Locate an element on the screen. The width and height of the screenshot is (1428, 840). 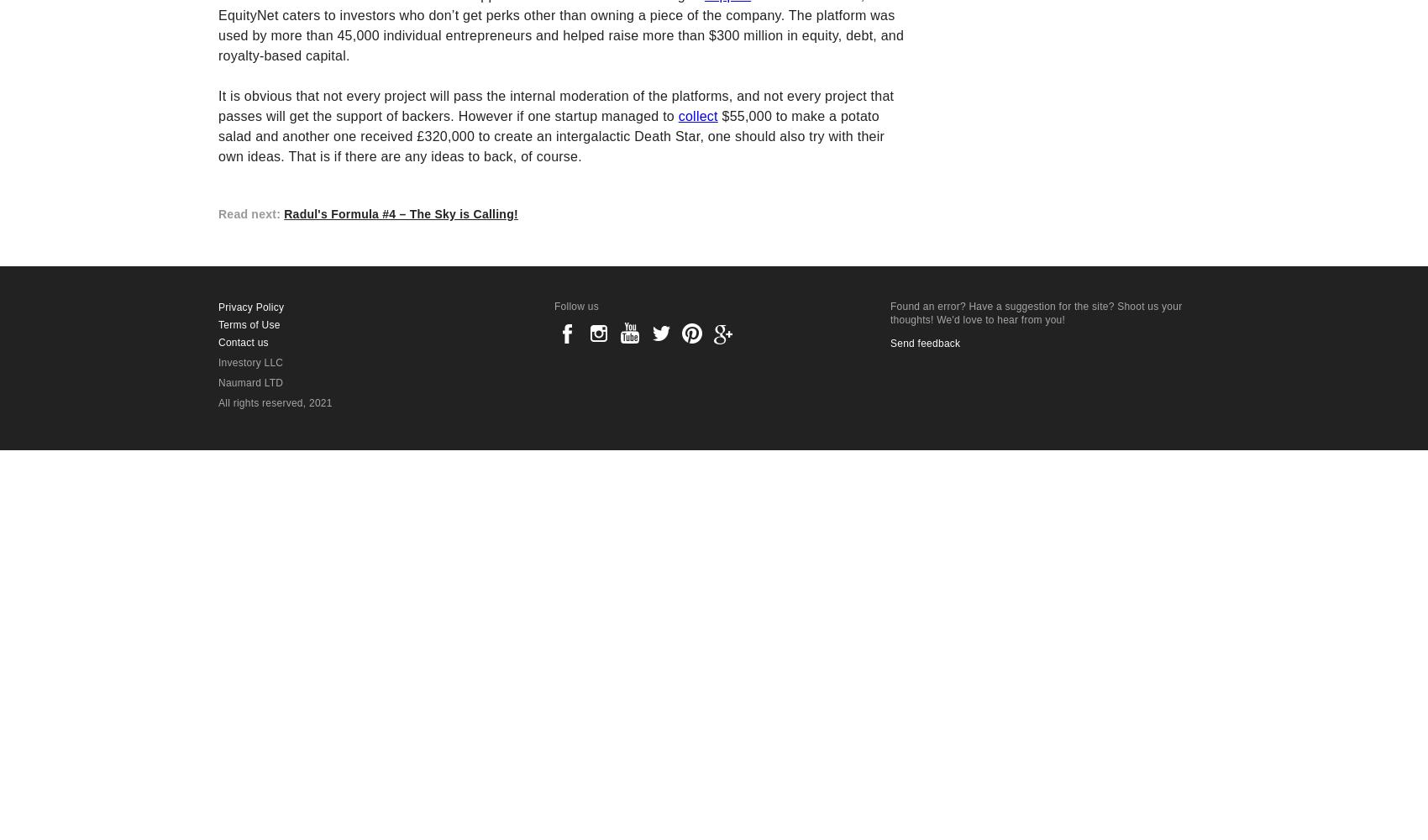
'Found an error? Have a suggestion for the site? Shoot us your thoughts! We'd love to hear from you!' is located at coordinates (1035, 312).